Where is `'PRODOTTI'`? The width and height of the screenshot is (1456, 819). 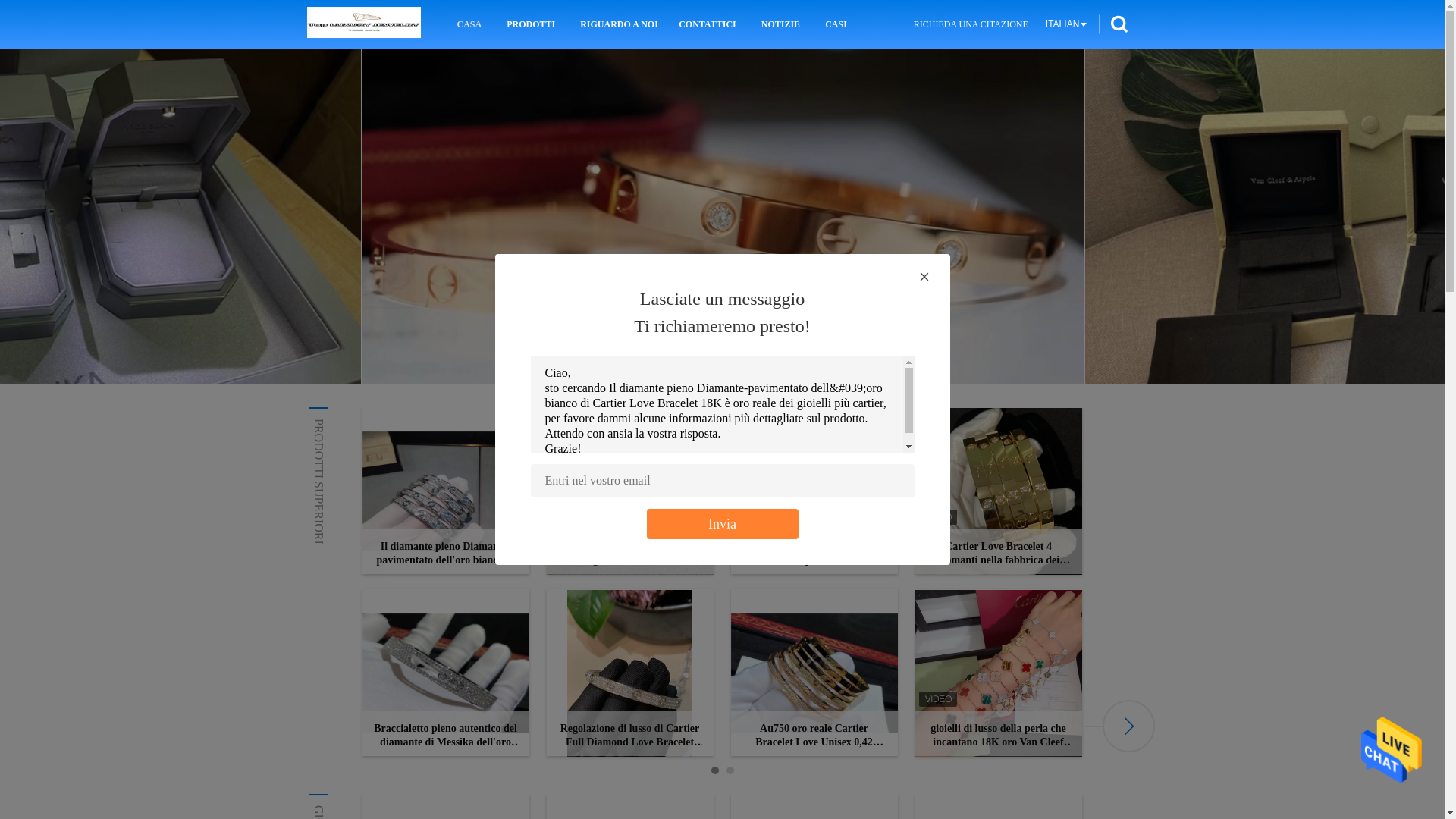
'PRODOTTI' is located at coordinates (502, 24).